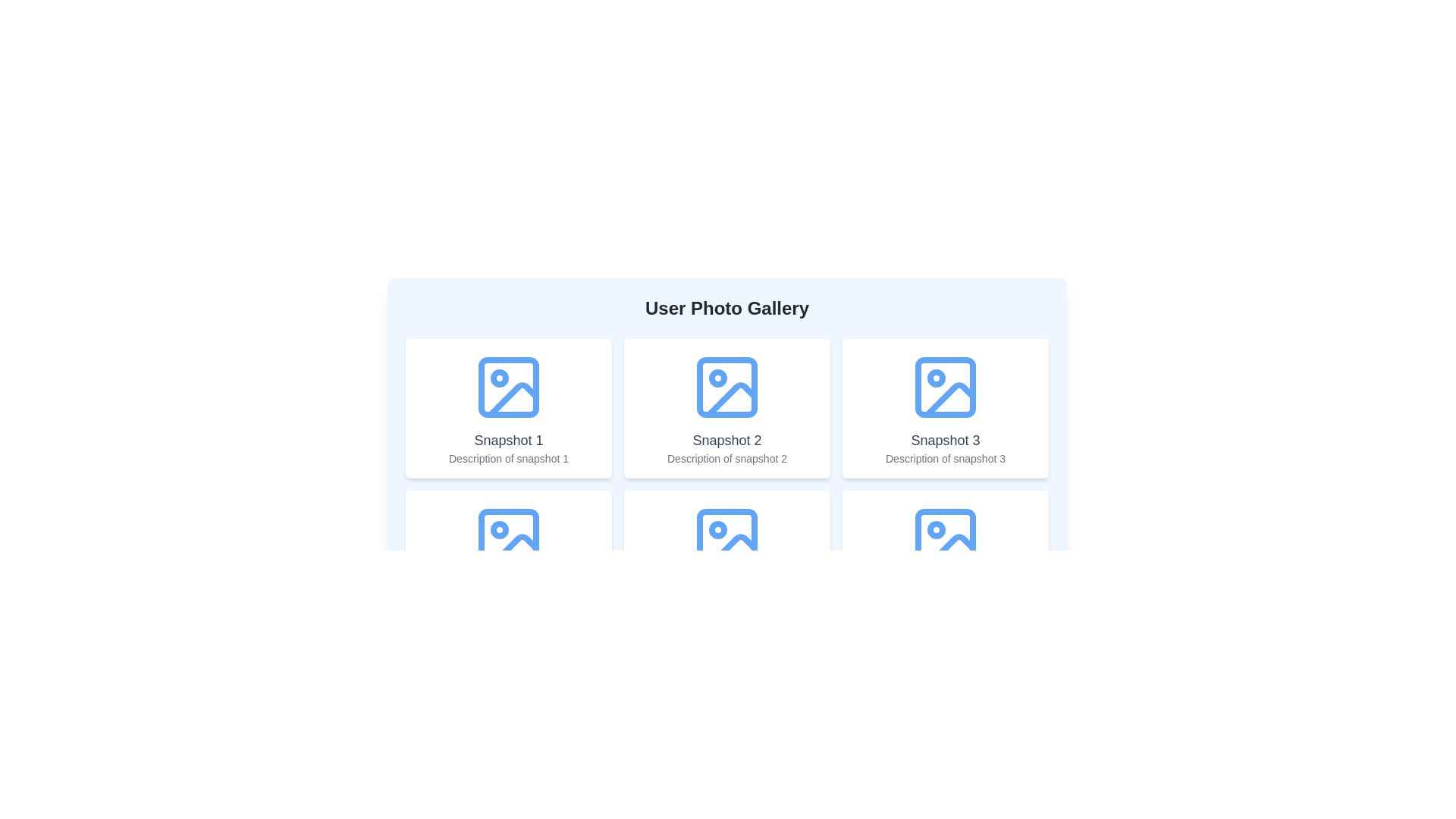  What do you see at coordinates (509, 386) in the screenshot?
I see `the blue icon representing an image located in the first card of a three-column grid, positioned above the texts 'Snapshot 1' and 'Description of snapshot 1'` at bounding box center [509, 386].